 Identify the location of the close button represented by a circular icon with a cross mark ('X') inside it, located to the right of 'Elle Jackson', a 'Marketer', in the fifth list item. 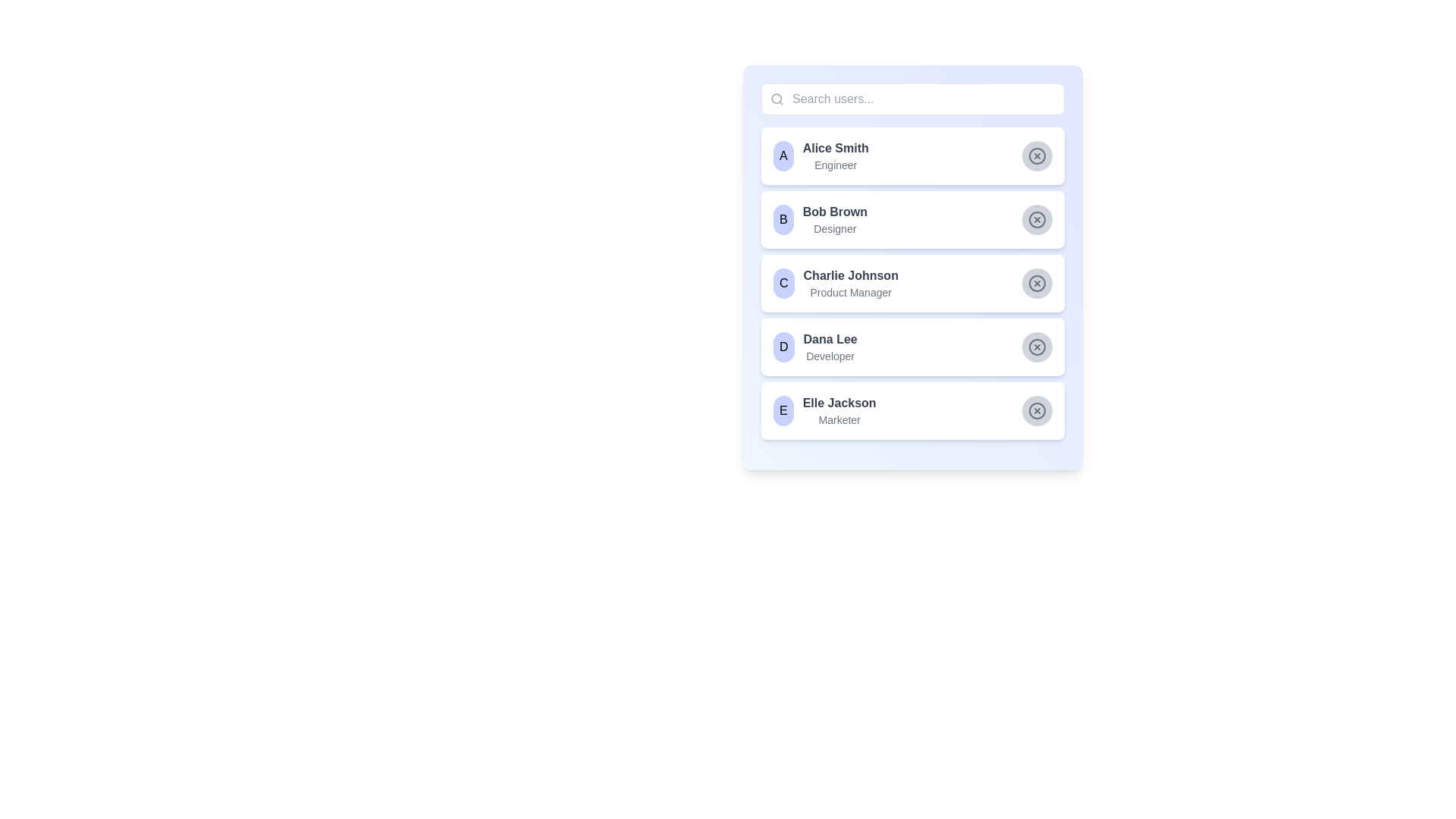
(1037, 411).